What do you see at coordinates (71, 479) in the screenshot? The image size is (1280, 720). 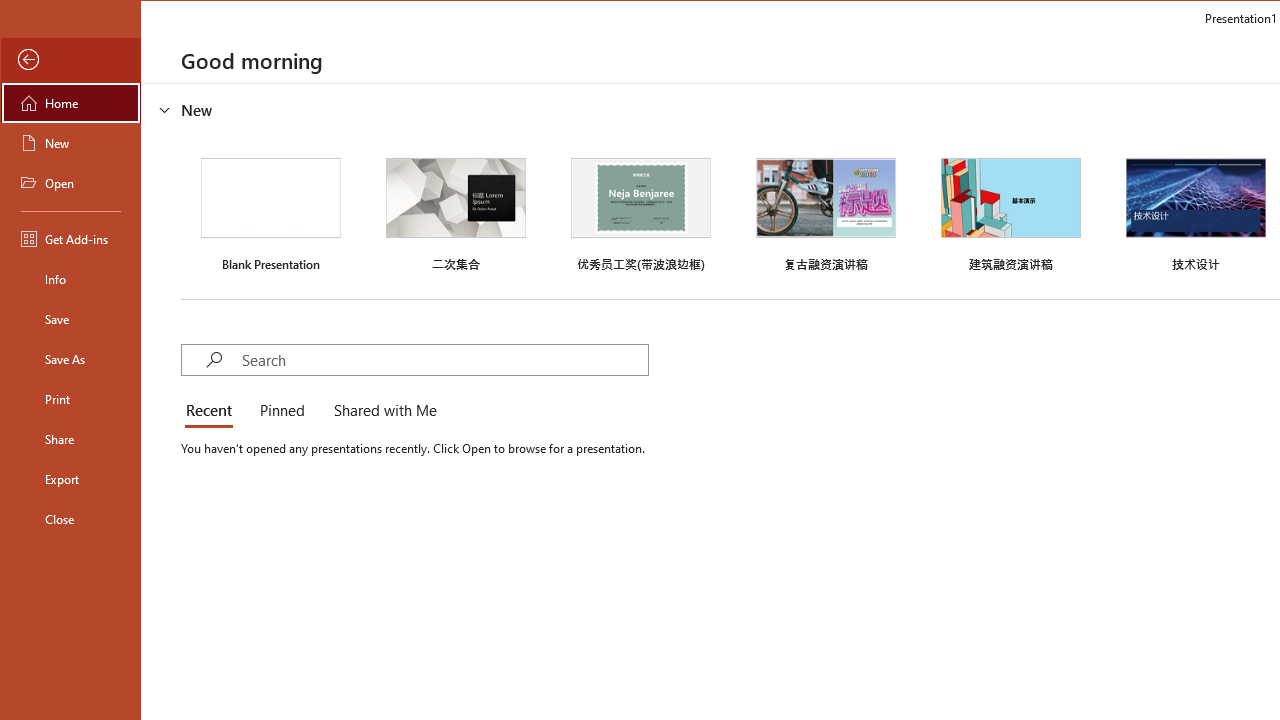 I see `'Export'` at bounding box center [71, 479].